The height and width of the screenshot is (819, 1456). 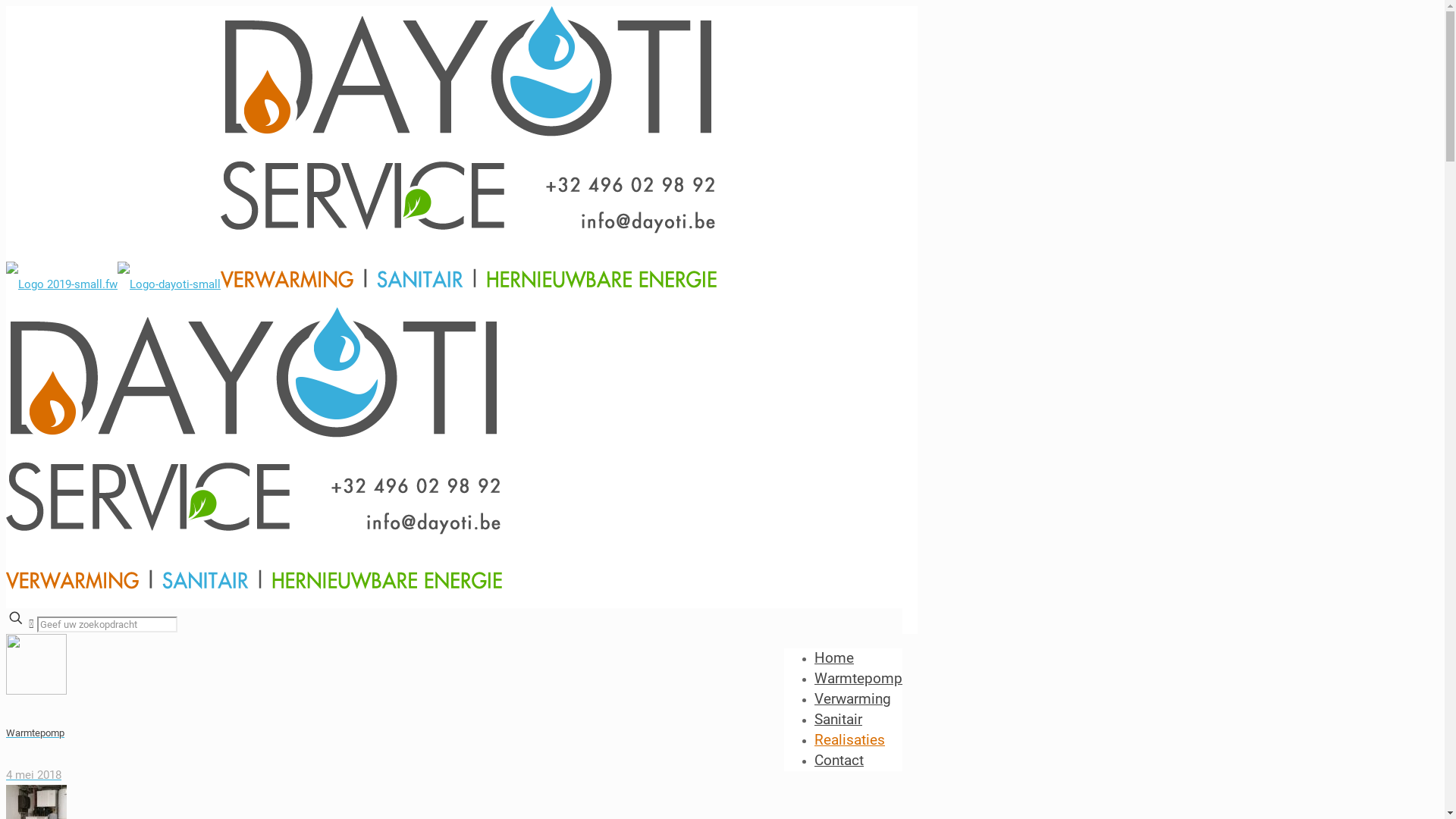 I want to click on 'Verwarming', so click(x=814, y=698).